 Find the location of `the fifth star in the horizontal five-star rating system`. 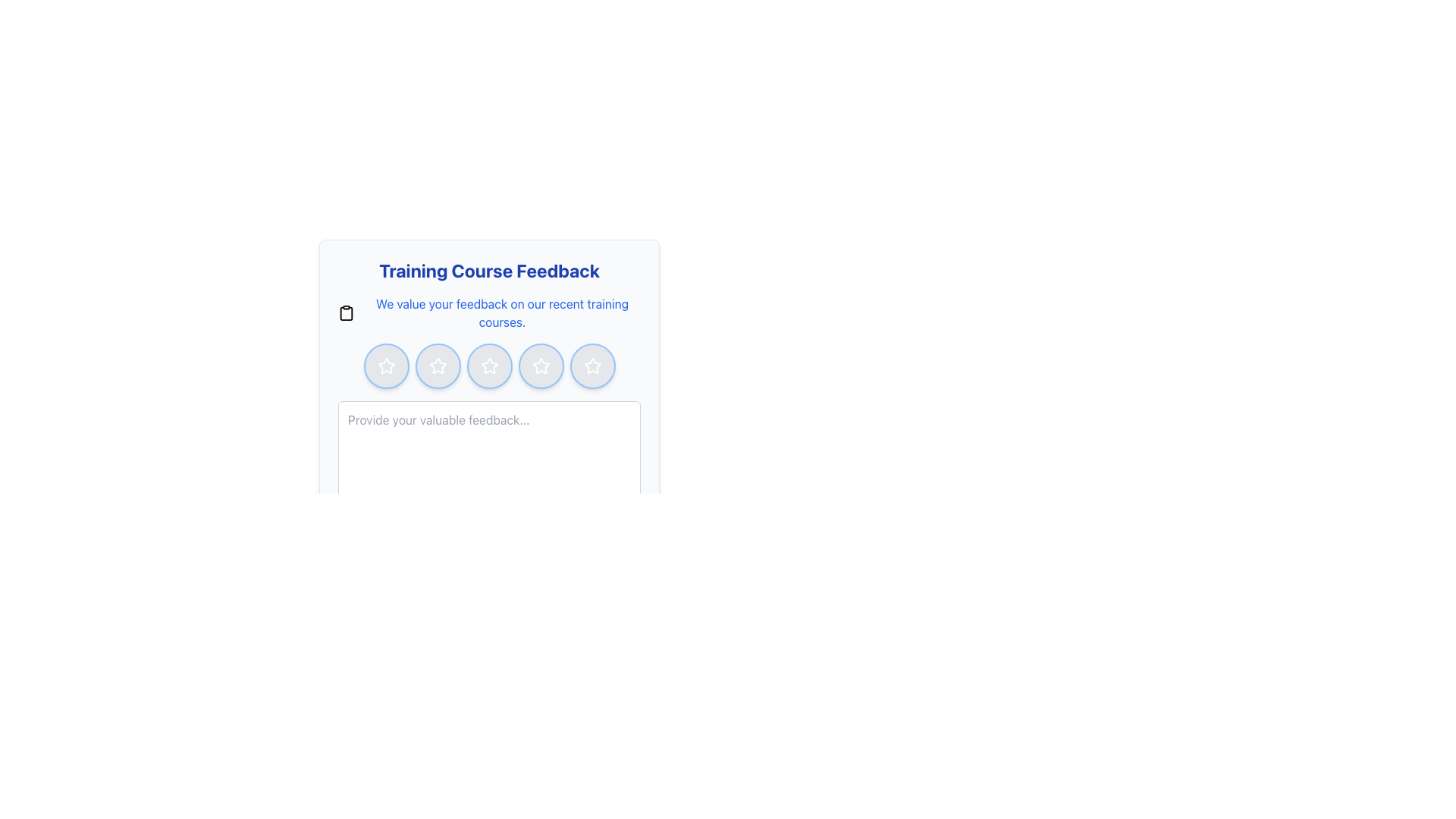

the fifth star in the horizontal five-star rating system is located at coordinates (591, 366).